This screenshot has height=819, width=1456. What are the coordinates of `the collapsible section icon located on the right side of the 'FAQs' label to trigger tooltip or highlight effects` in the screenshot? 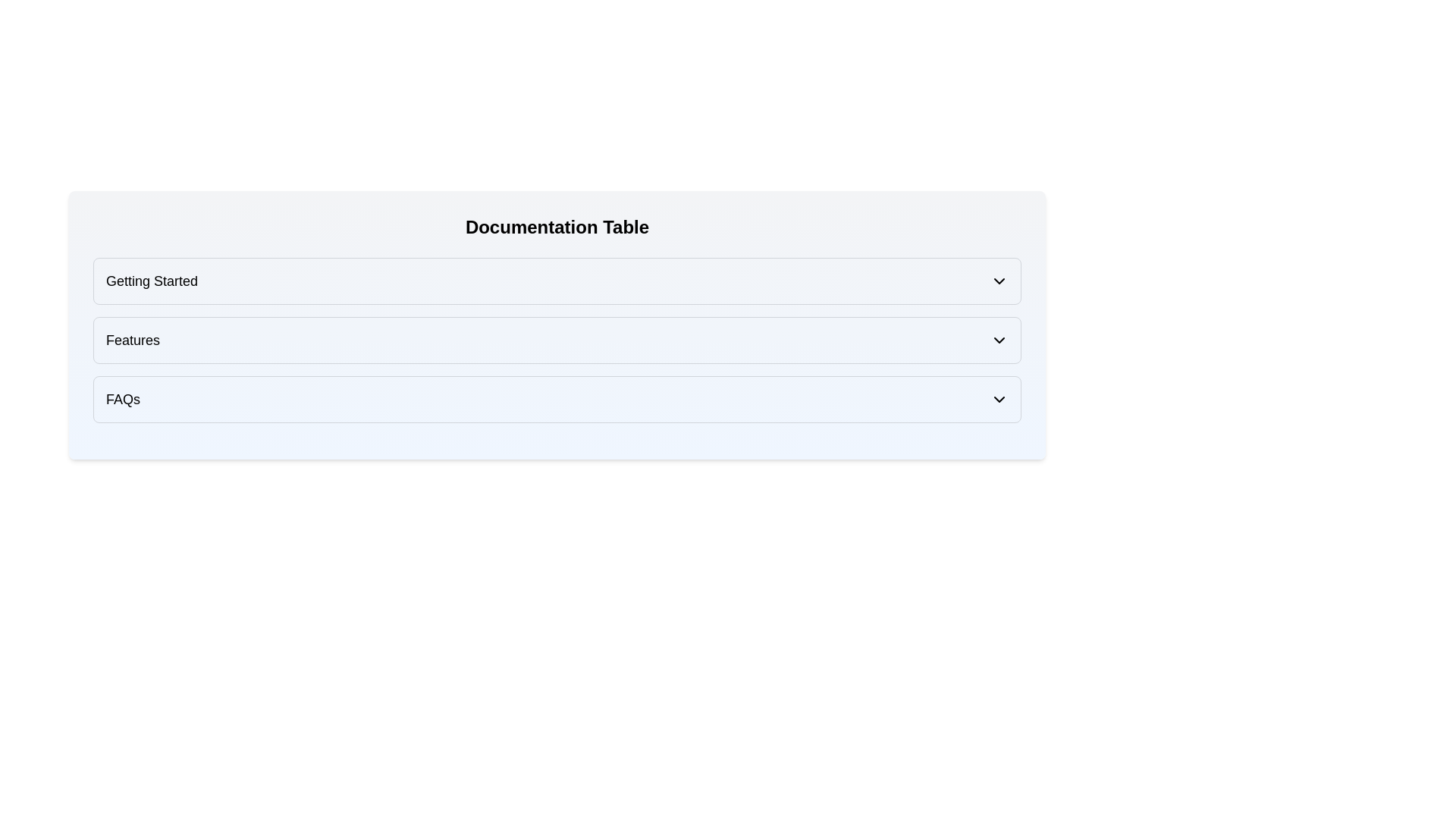 It's located at (999, 399).